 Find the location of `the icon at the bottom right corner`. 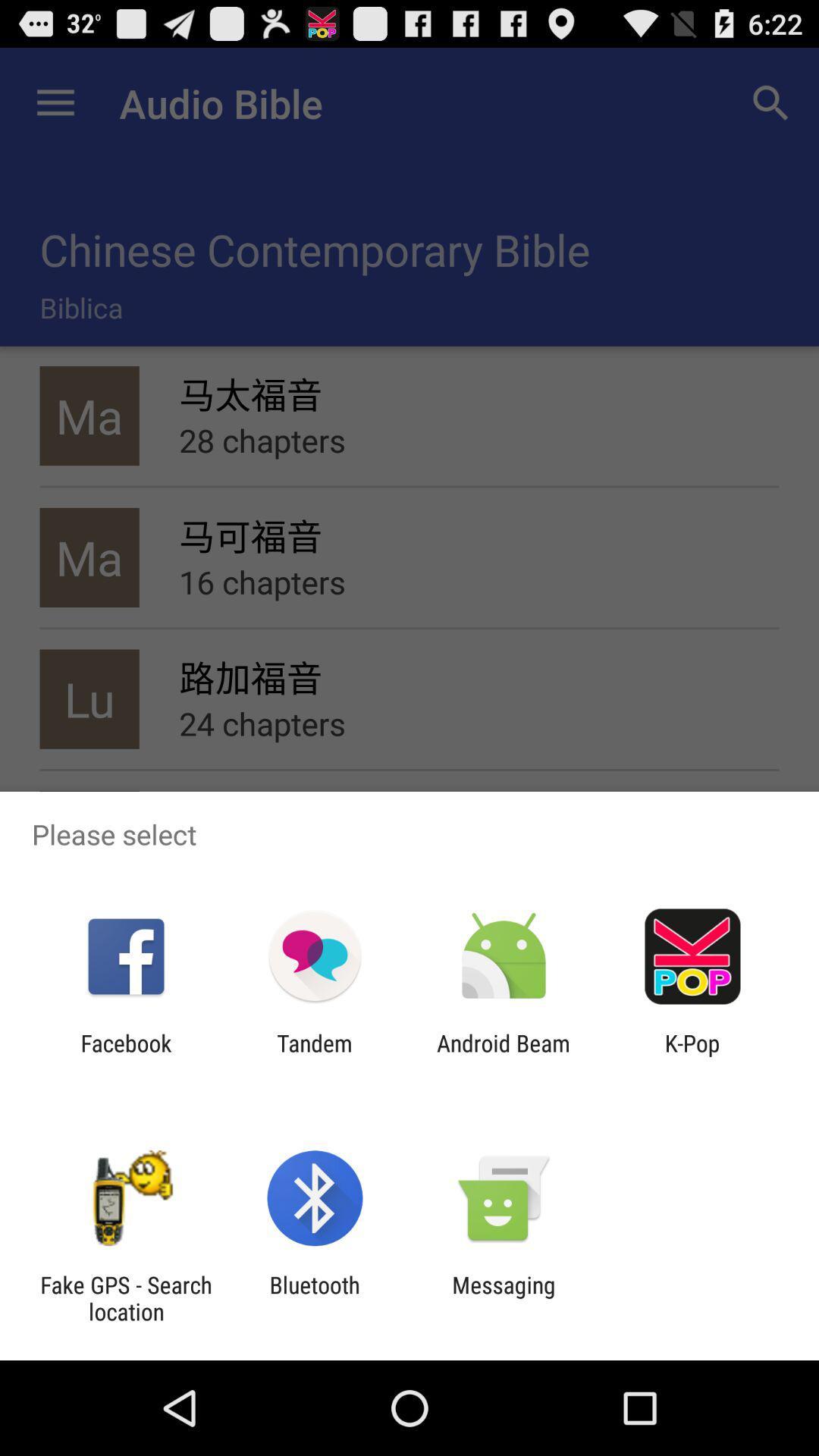

the icon at the bottom right corner is located at coordinates (692, 1056).